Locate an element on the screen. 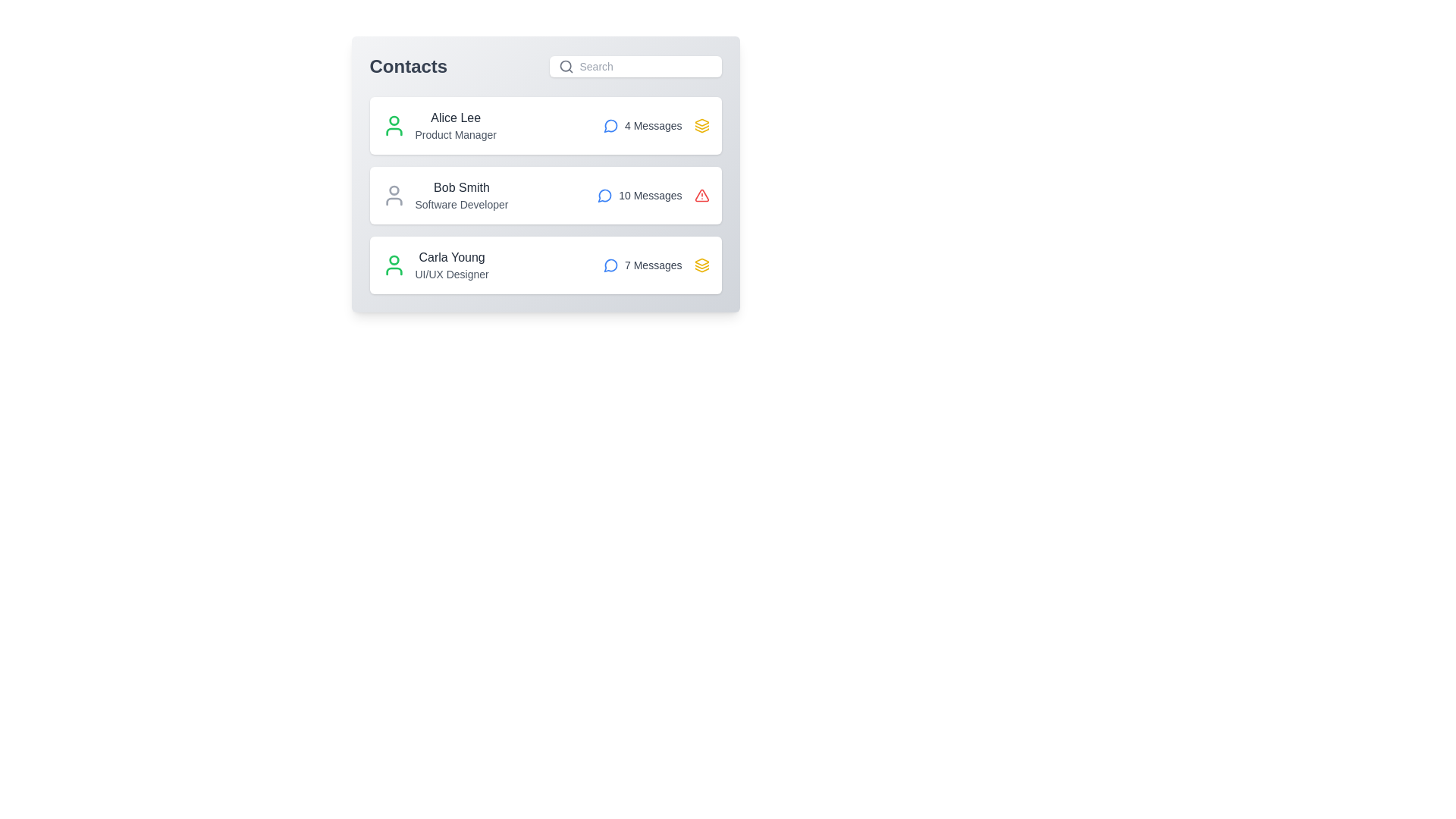  the contact item corresponding to Carla Young is located at coordinates (545, 265).